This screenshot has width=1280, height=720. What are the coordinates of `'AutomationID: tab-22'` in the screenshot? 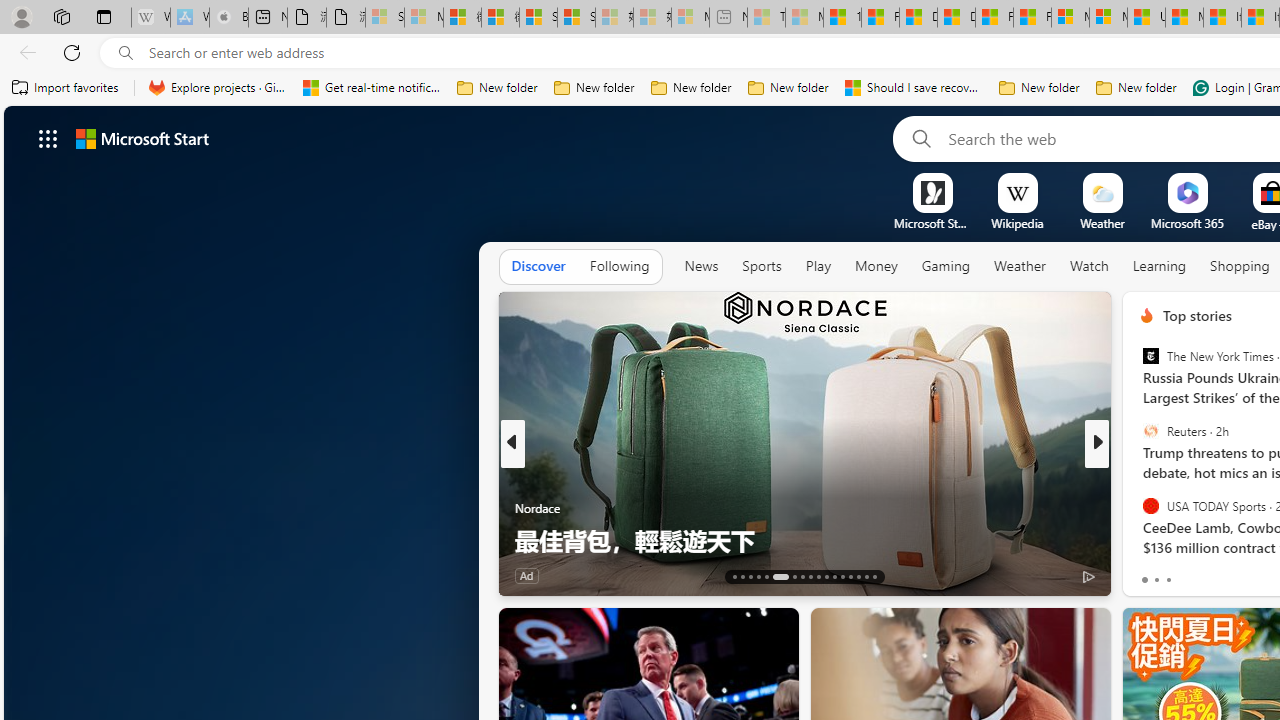 It's located at (818, 577).